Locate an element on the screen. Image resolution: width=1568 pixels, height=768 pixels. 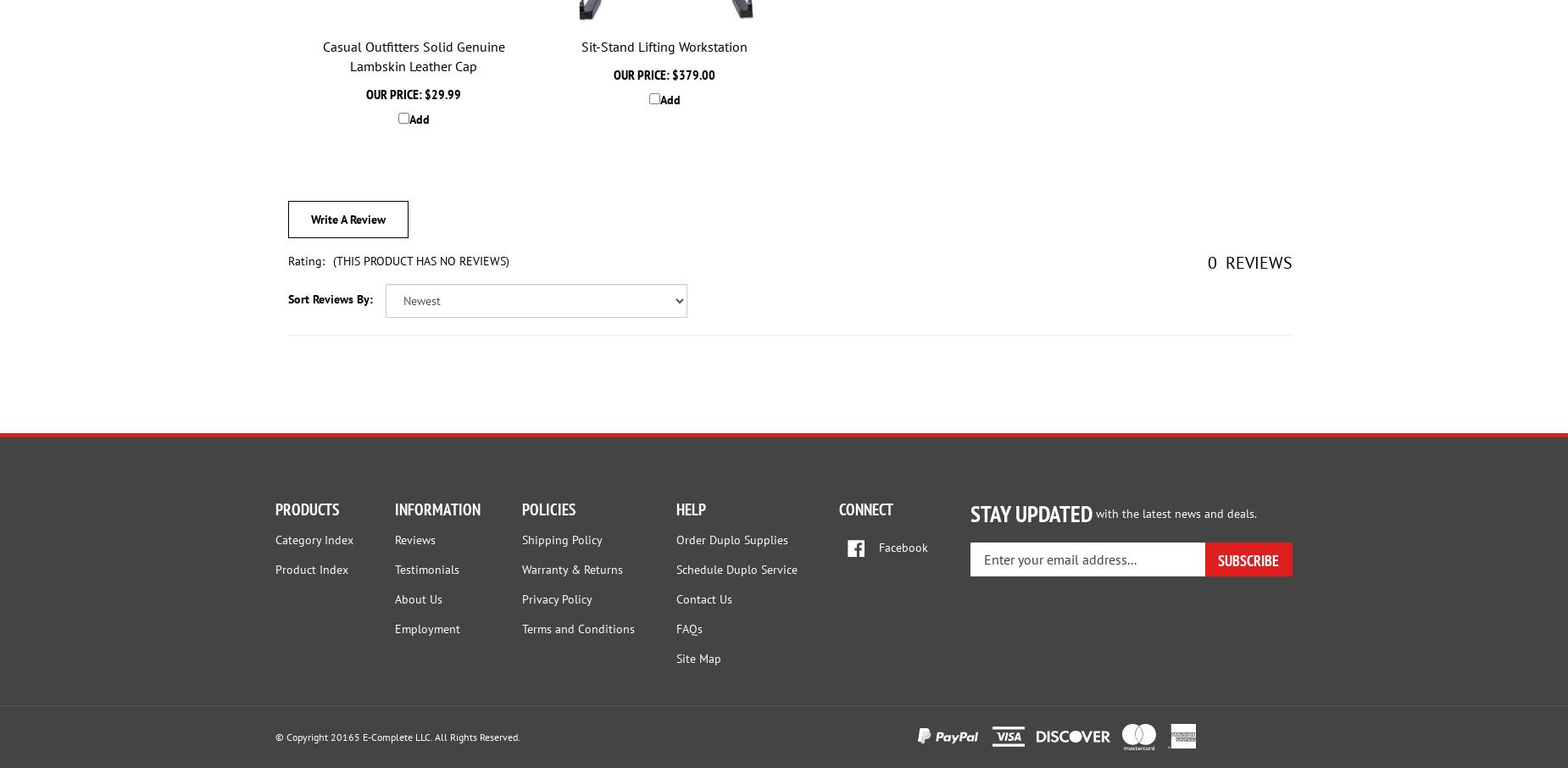
'PRODUCTS' is located at coordinates (306, 509).